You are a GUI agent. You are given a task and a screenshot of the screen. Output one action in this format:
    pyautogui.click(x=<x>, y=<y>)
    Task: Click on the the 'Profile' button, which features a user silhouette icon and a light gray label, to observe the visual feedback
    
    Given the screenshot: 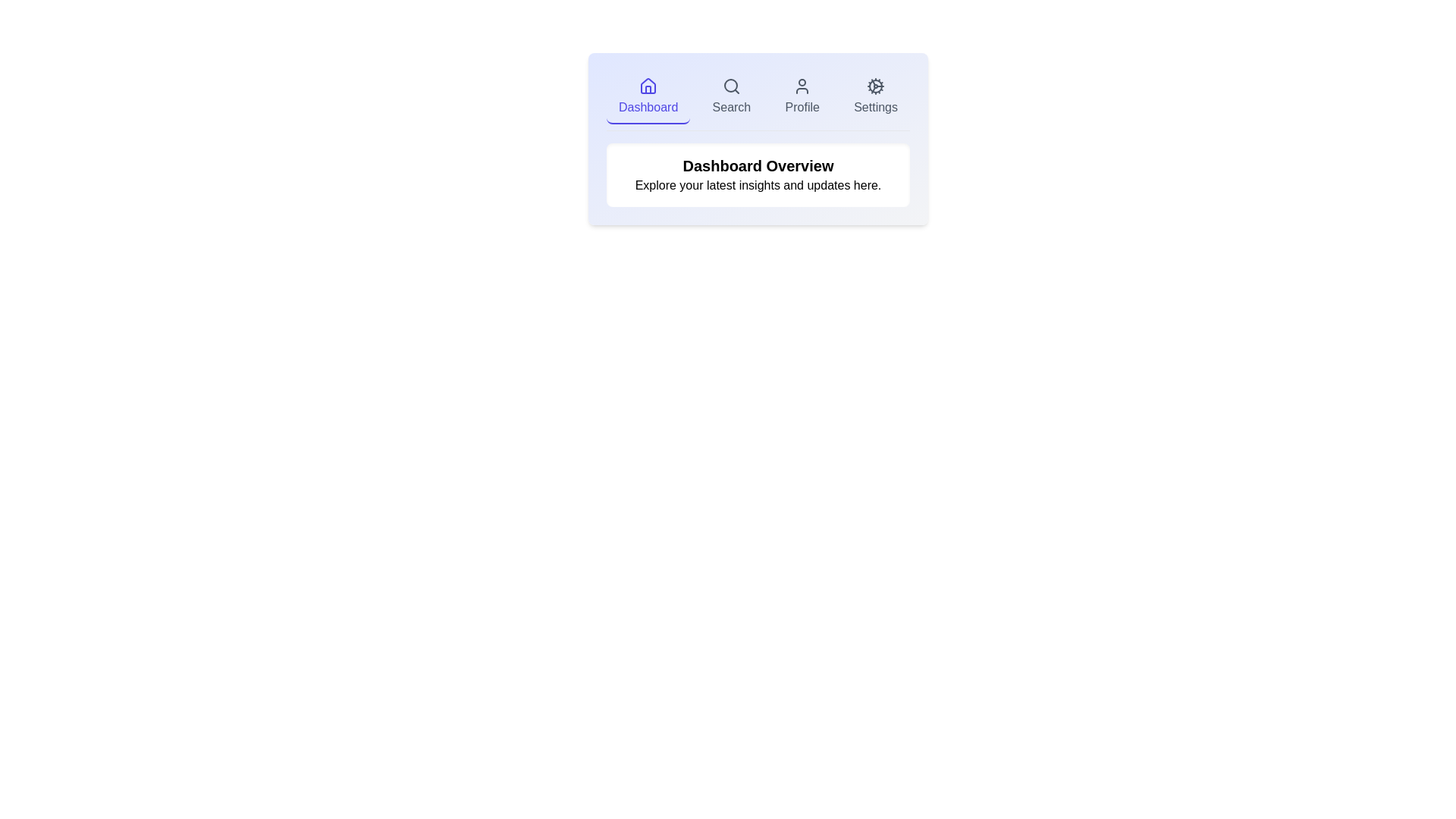 What is the action you would take?
    pyautogui.click(x=802, y=97)
    